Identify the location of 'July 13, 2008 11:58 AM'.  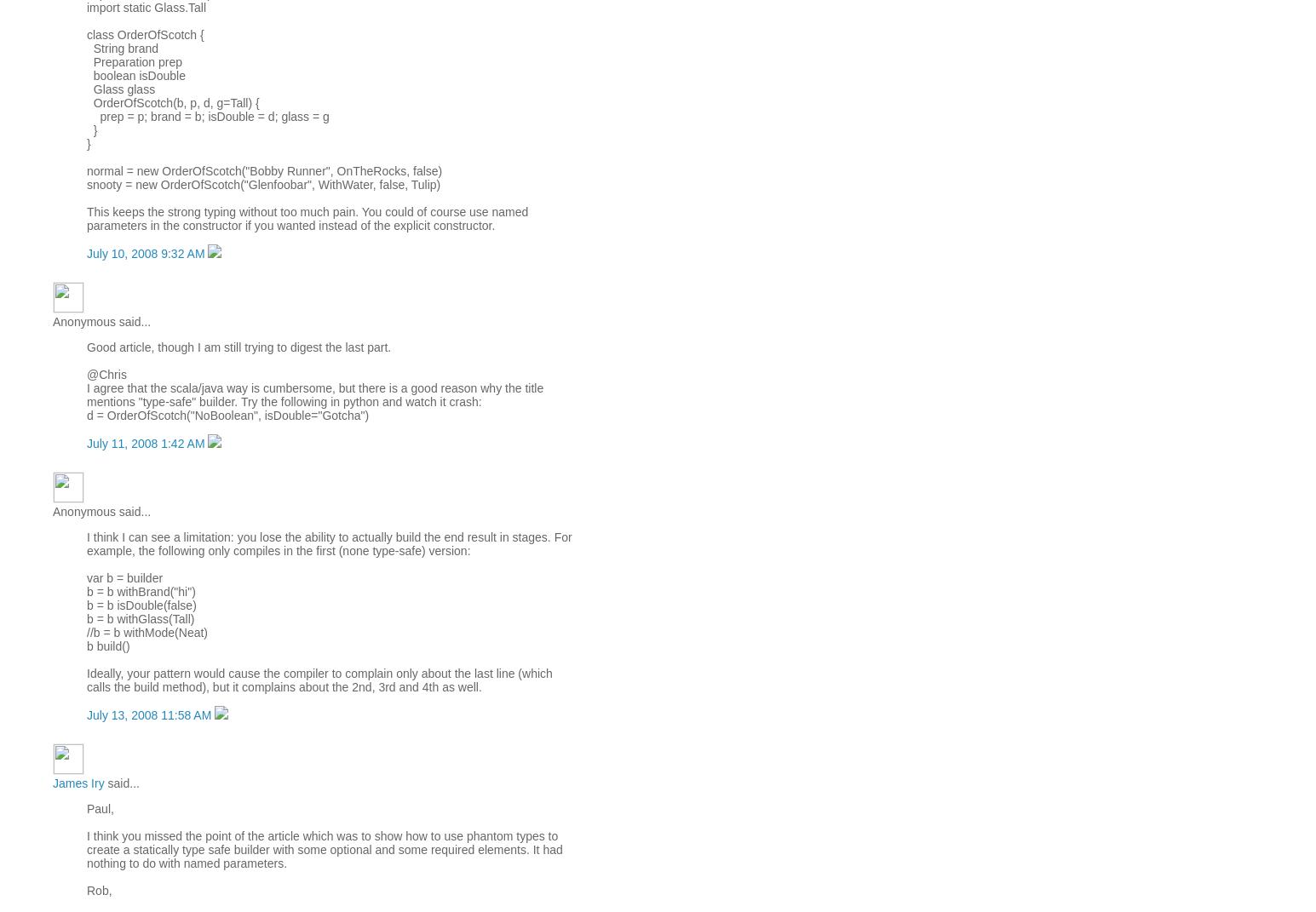
(151, 714).